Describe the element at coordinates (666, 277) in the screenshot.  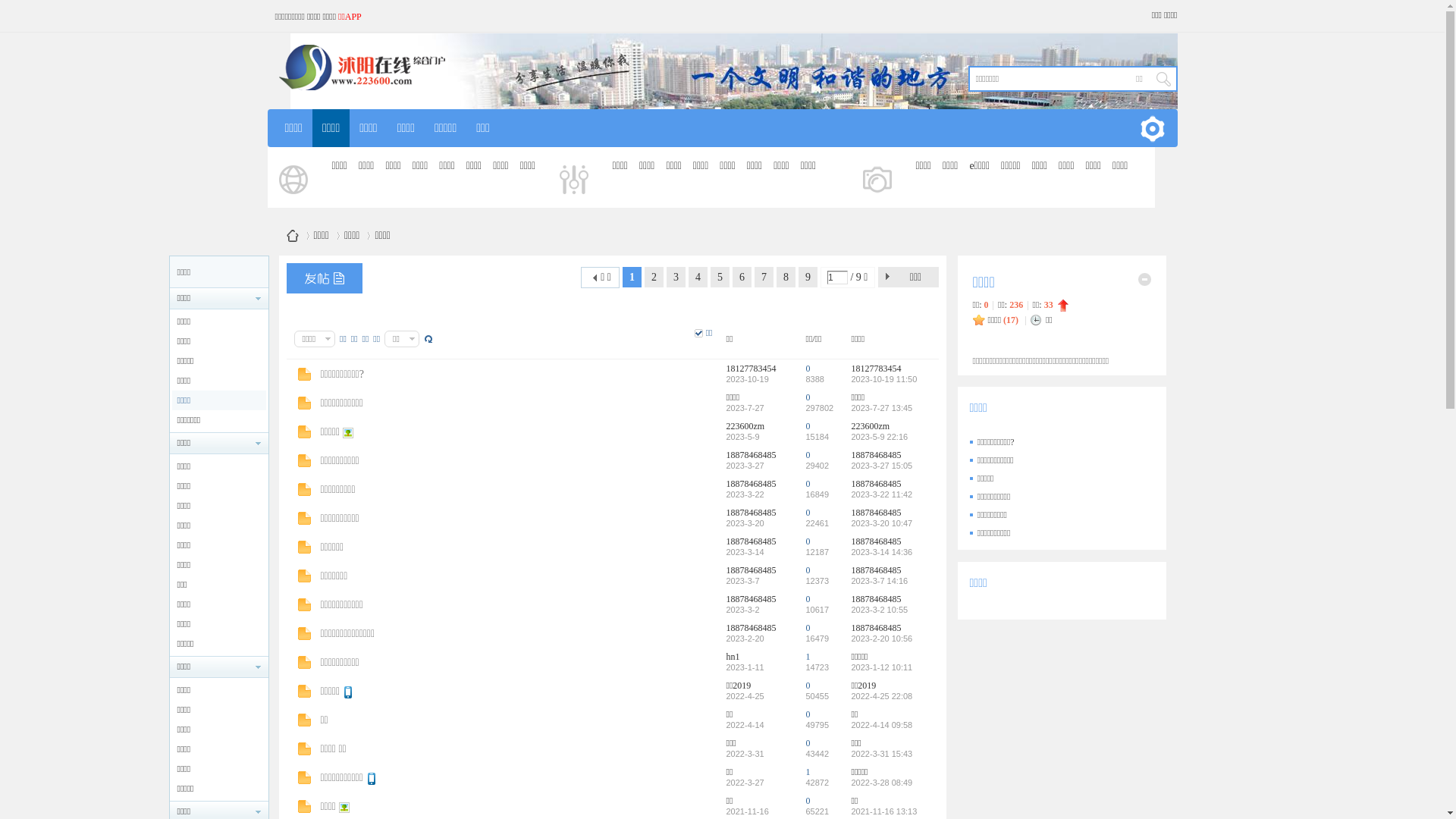
I see `'3'` at that location.